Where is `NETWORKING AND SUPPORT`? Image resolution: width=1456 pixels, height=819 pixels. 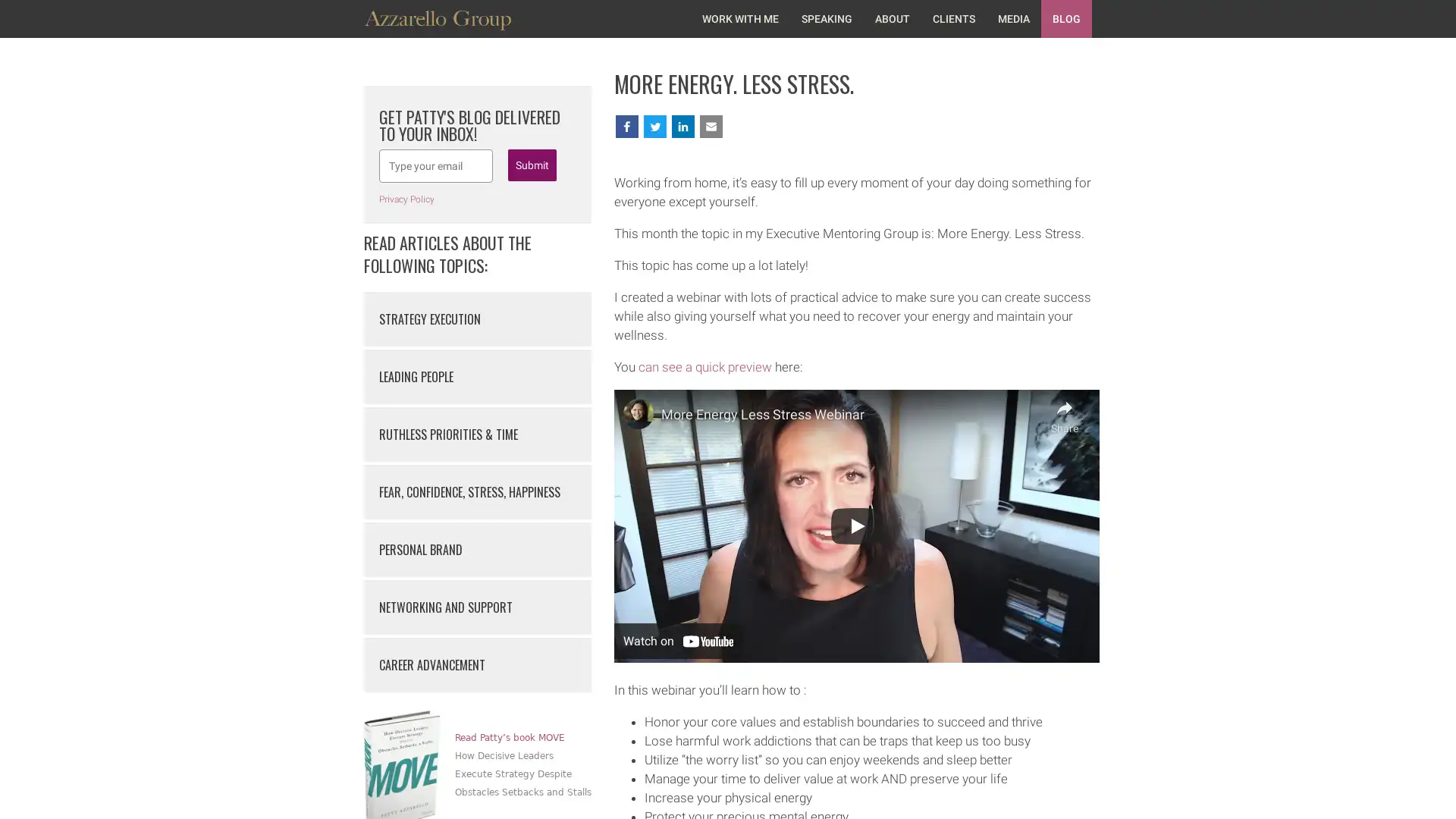 NETWORKING AND SUPPORT is located at coordinates (476, 607).